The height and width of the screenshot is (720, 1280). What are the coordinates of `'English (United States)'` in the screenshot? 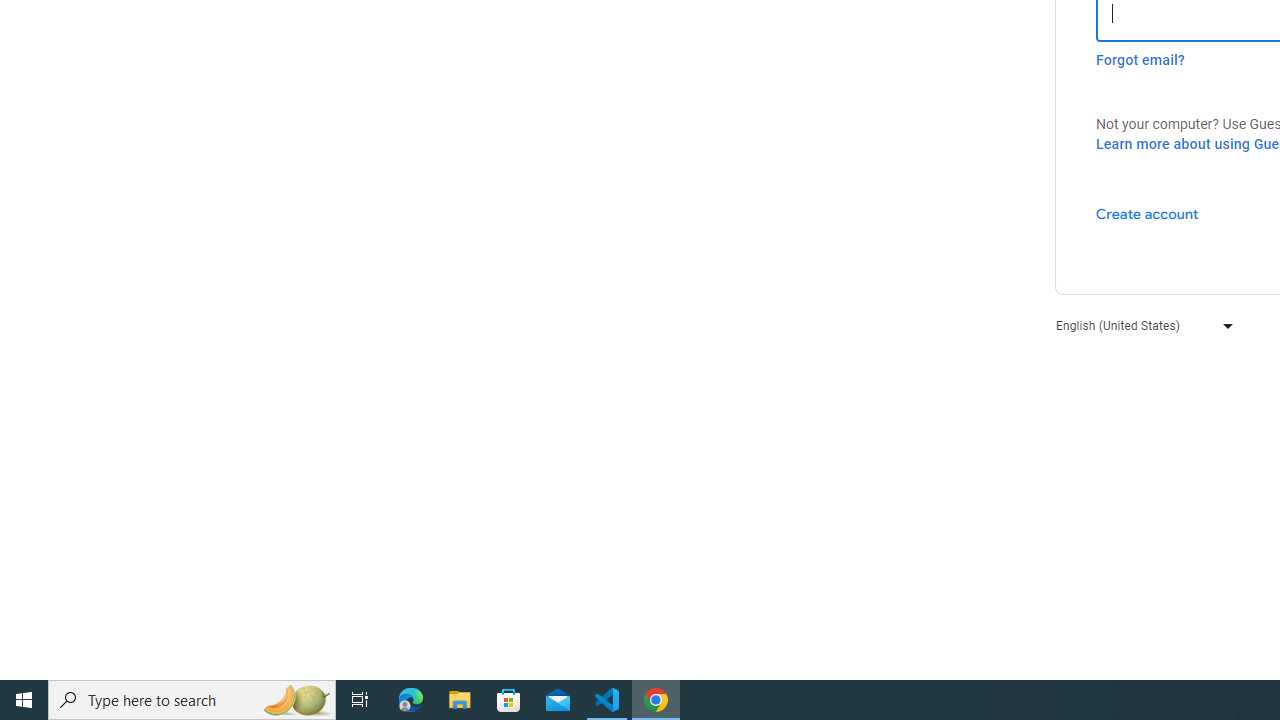 It's located at (1139, 324).